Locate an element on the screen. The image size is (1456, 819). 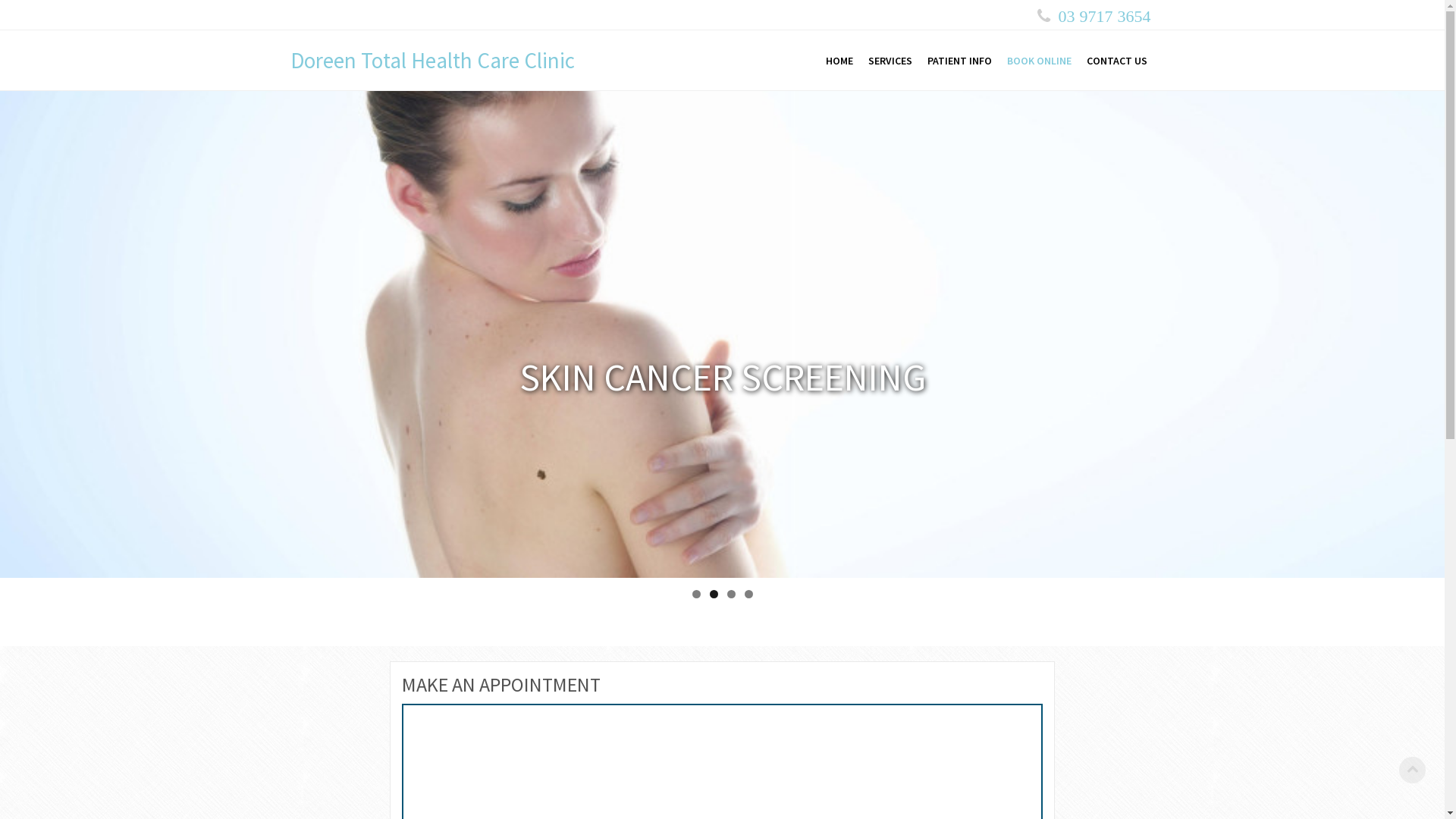
'CONTACT US' is located at coordinates (1116, 60).